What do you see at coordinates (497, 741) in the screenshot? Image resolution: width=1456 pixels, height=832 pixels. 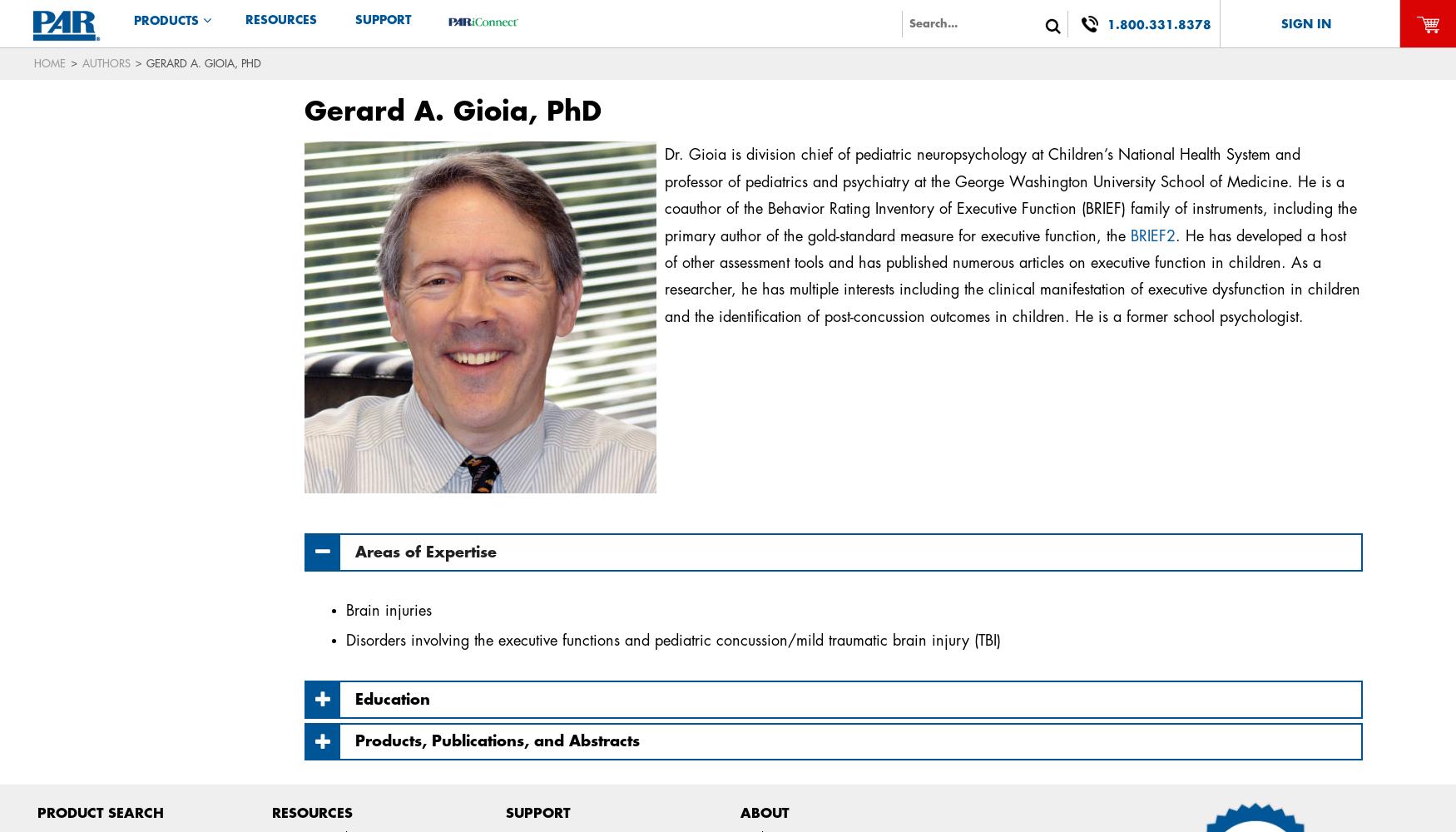 I see `'Products, Publications, and Abstracts'` at bounding box center [497, 741].